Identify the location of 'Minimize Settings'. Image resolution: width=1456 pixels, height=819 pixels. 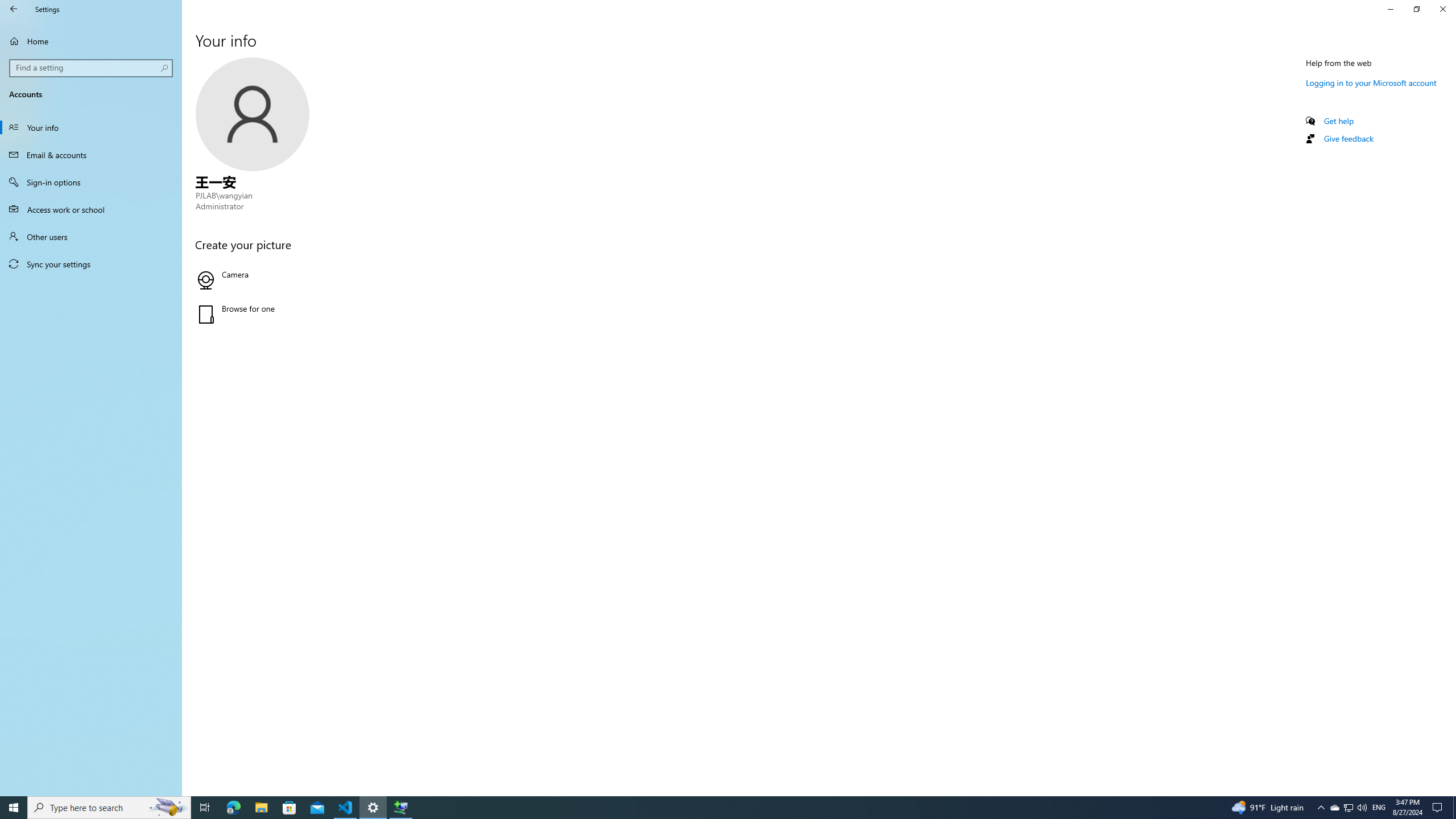
(1389, 9).